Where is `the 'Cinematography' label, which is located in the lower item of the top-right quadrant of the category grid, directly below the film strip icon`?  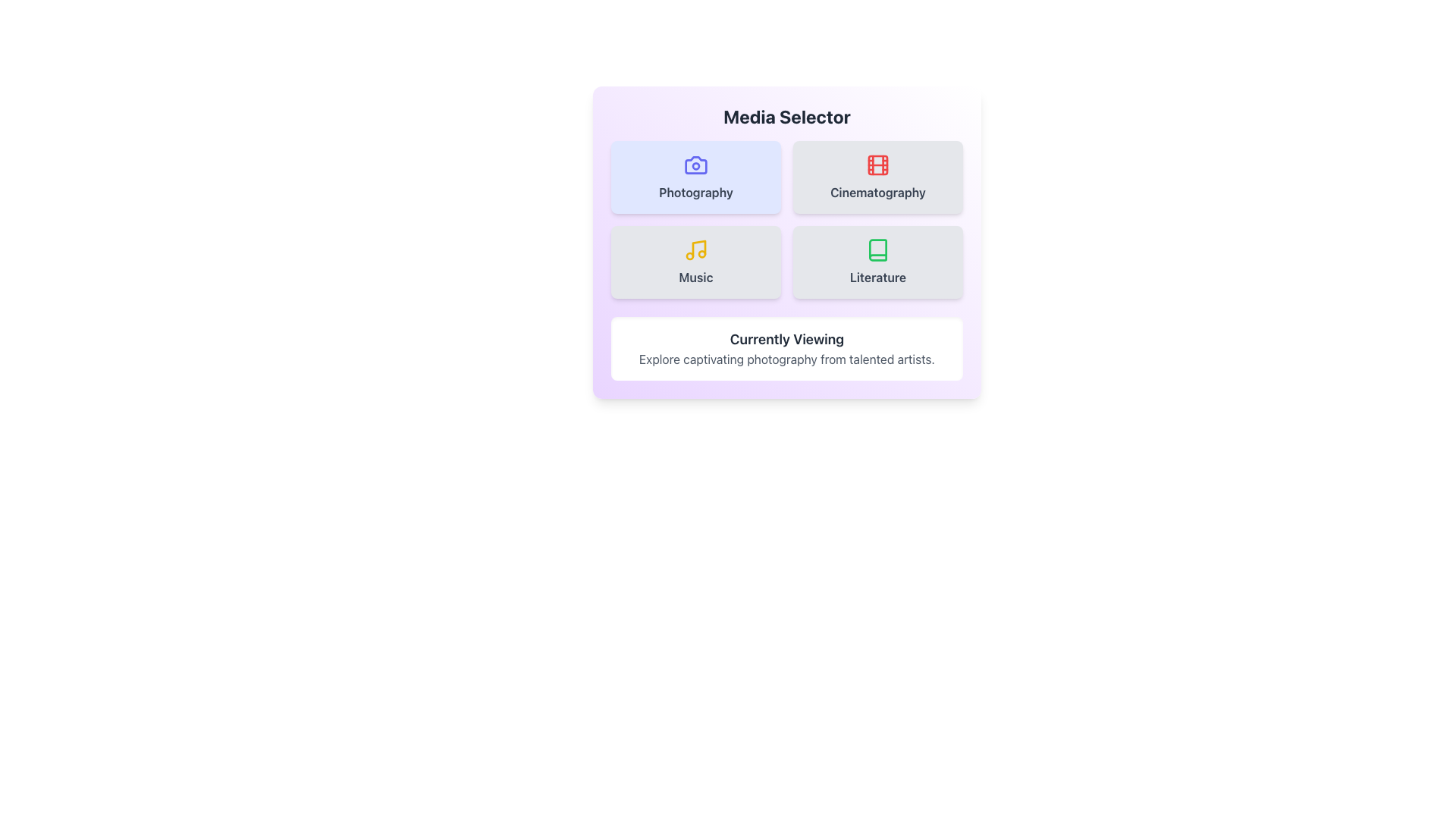 the 'Cinematography' label, which is located in the lower item of the top-right quadrant of the category grid, directly below the film strip icon is located at coordinates (877, 192).